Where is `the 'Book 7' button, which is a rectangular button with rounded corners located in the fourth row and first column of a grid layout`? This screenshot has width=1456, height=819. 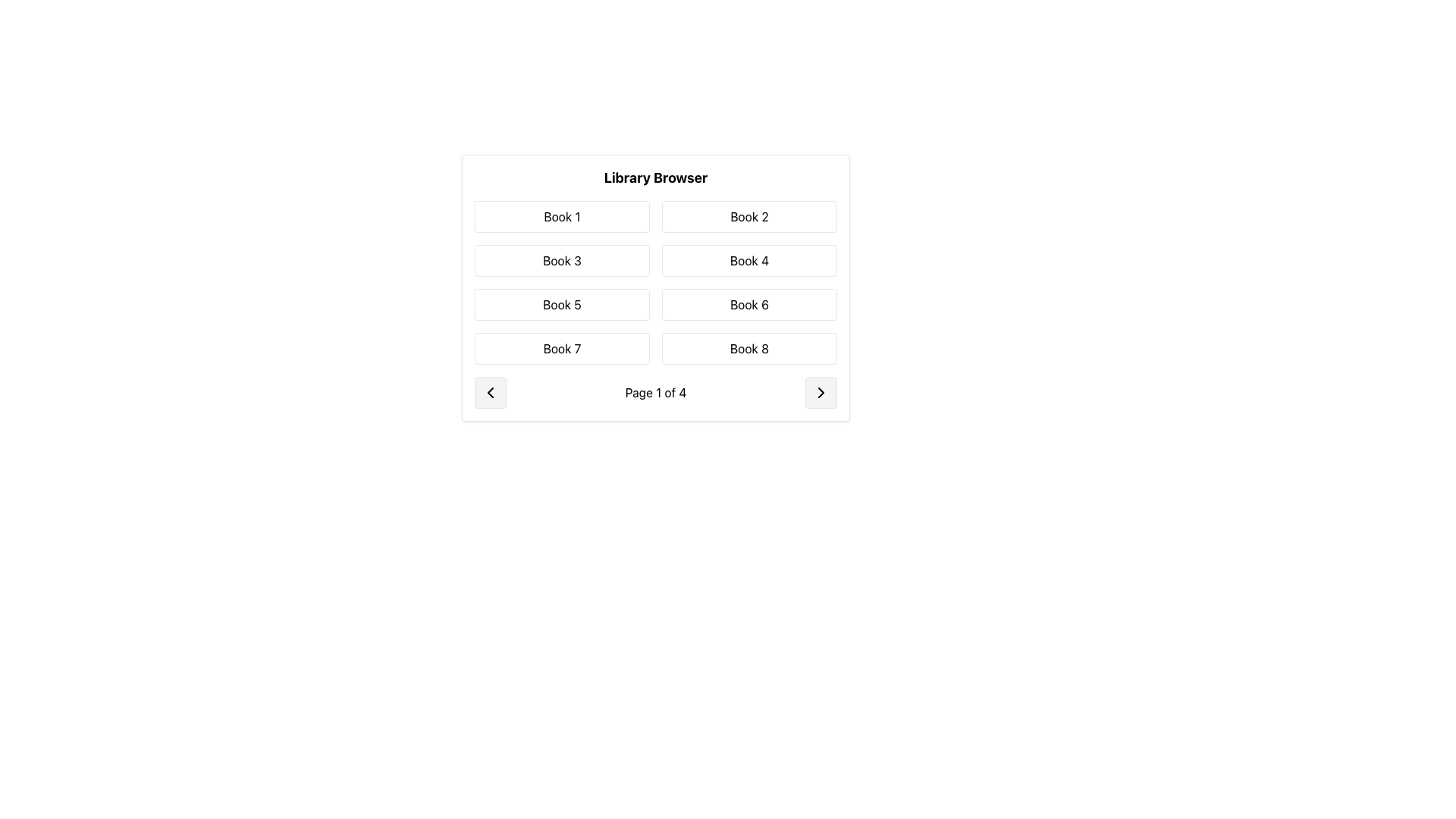
the 'Book 7' button, which is a rectangular button with rounded corners located in the fourth row and first column of a grid layout is located at coordinates (561, 348).